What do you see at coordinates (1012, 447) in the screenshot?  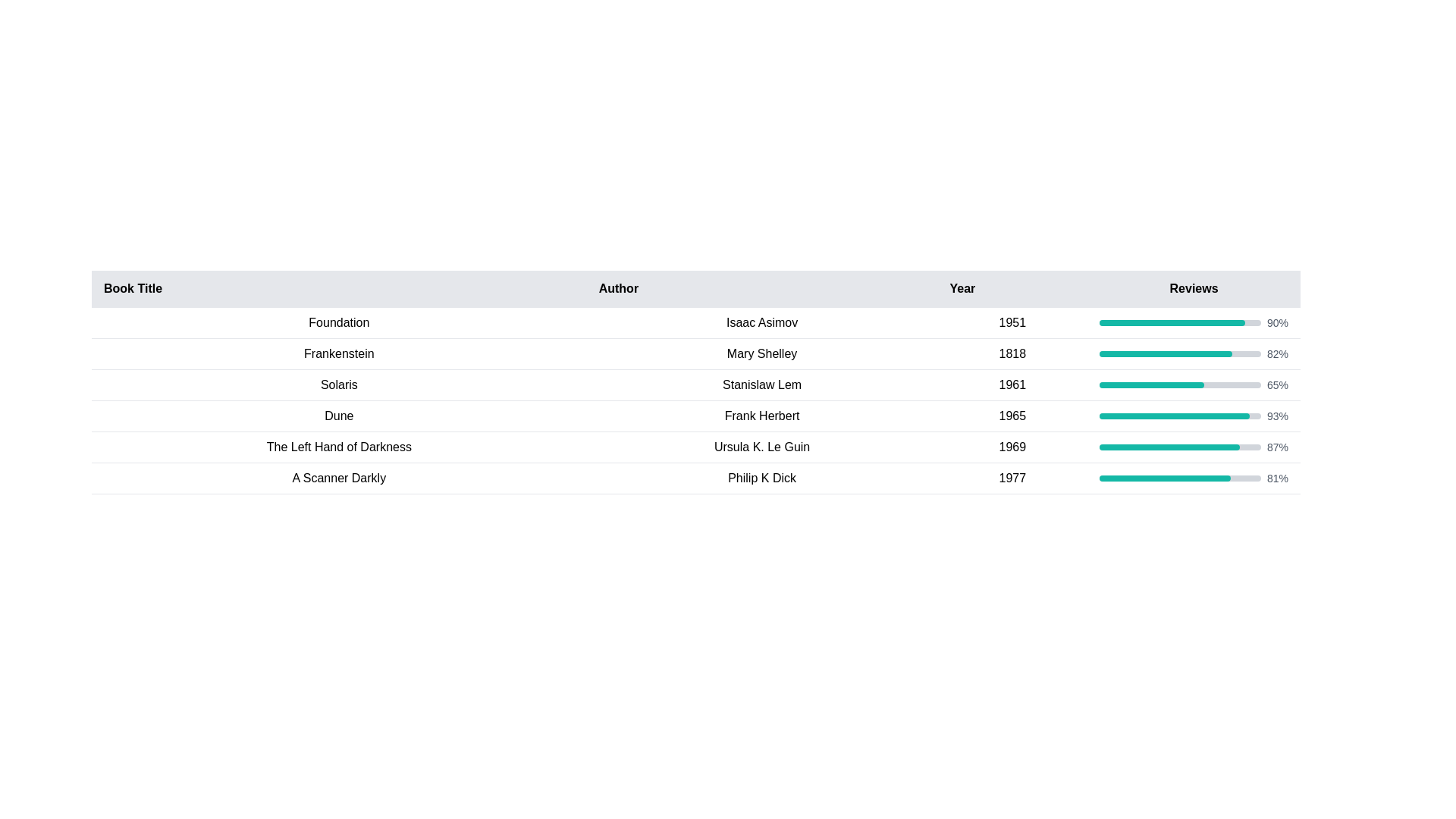 I see `text component displaying the year '1969' in the 'Year' column of the table for the book 'The Left Hand of Darkness.'` at bounding box center [1012, 447].